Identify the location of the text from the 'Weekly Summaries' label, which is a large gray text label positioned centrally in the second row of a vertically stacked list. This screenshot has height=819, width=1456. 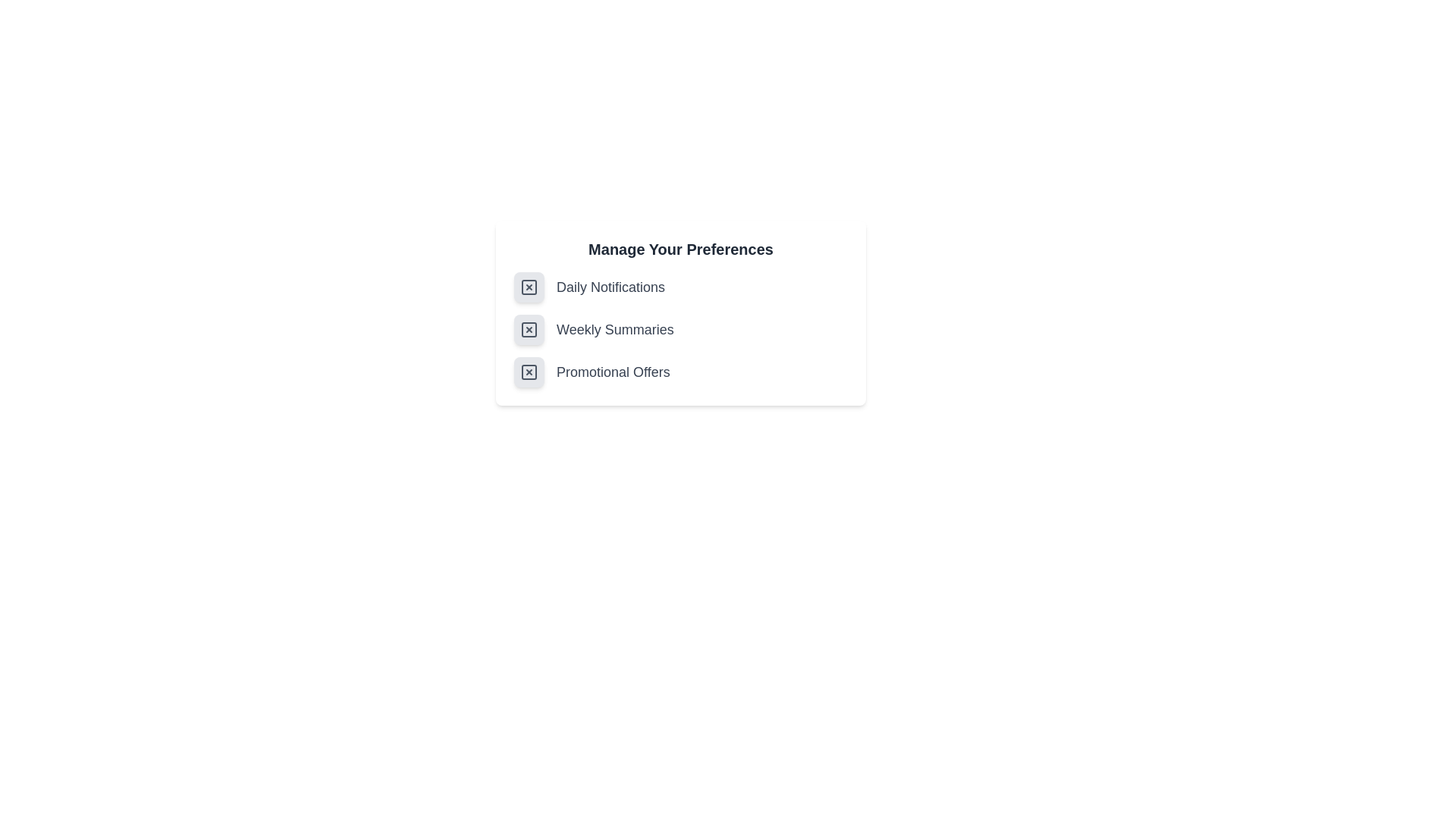
(615, 329).